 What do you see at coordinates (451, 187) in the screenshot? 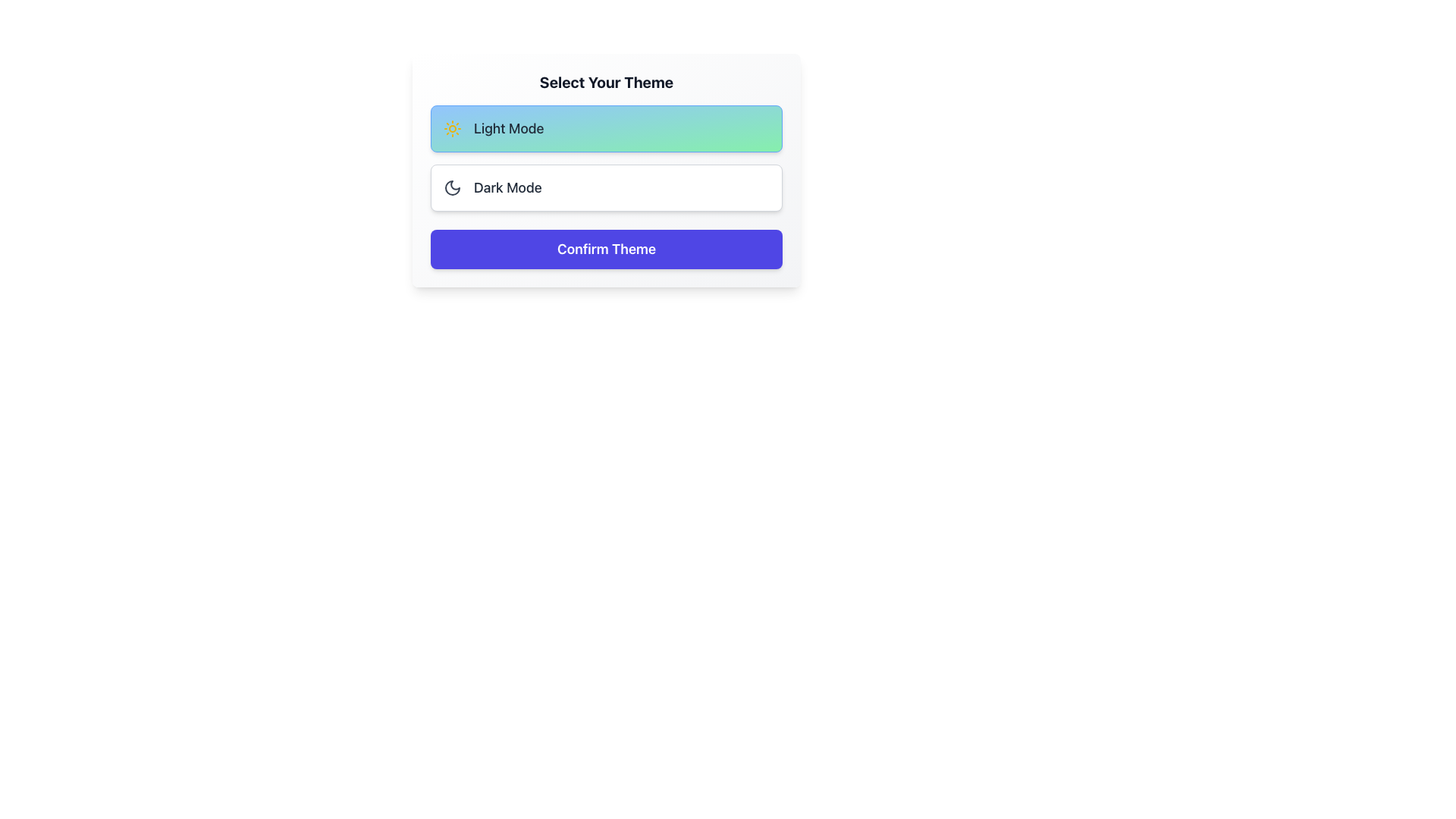
I see `the grayish crescent-shaped icon located inside the 'Dark Mode' button, positioned to the left of the text` at bounding box center [451, 187].